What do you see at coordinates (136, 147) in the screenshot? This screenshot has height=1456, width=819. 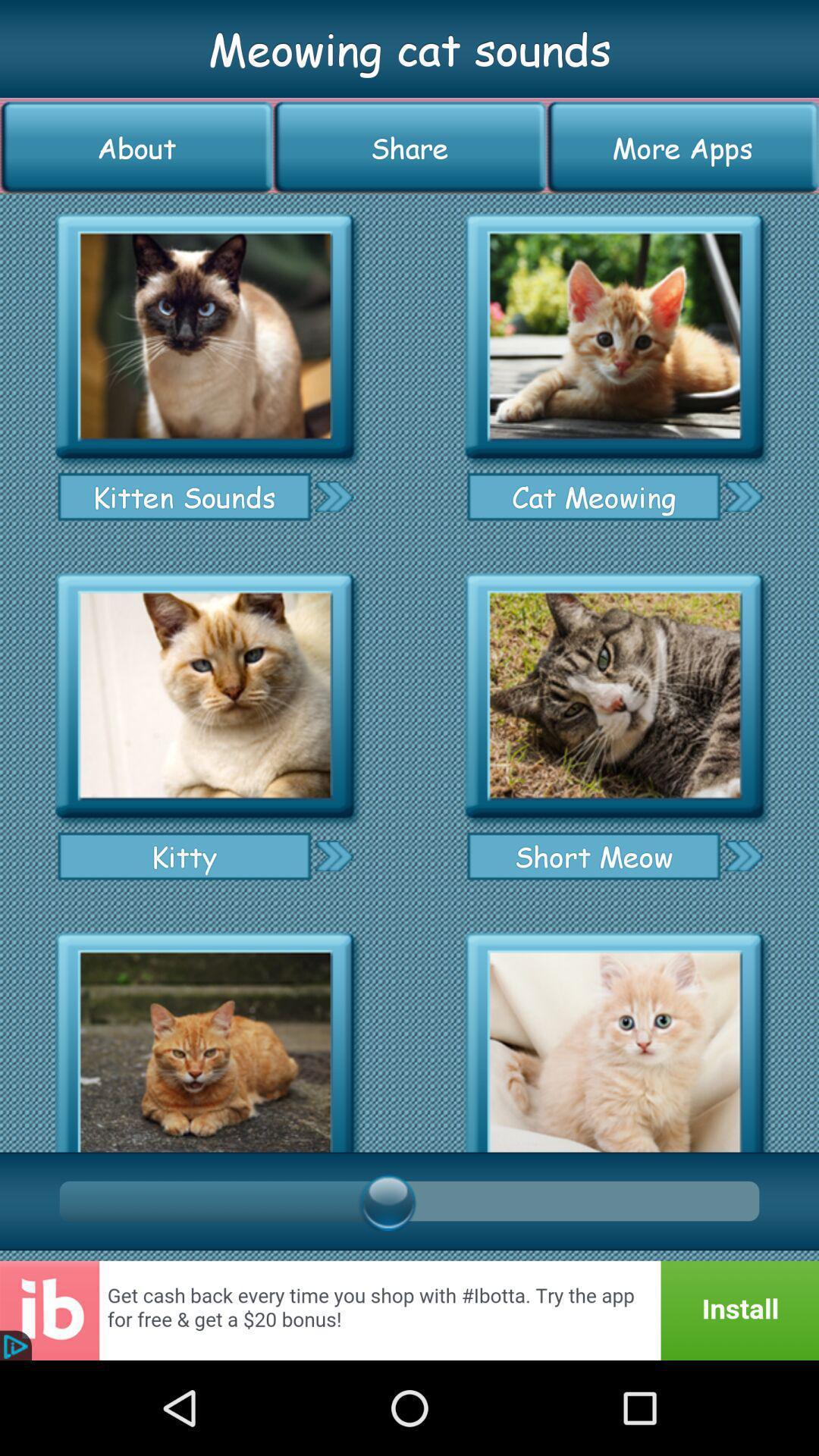 I see `the about` at bounding box center [136, 147].